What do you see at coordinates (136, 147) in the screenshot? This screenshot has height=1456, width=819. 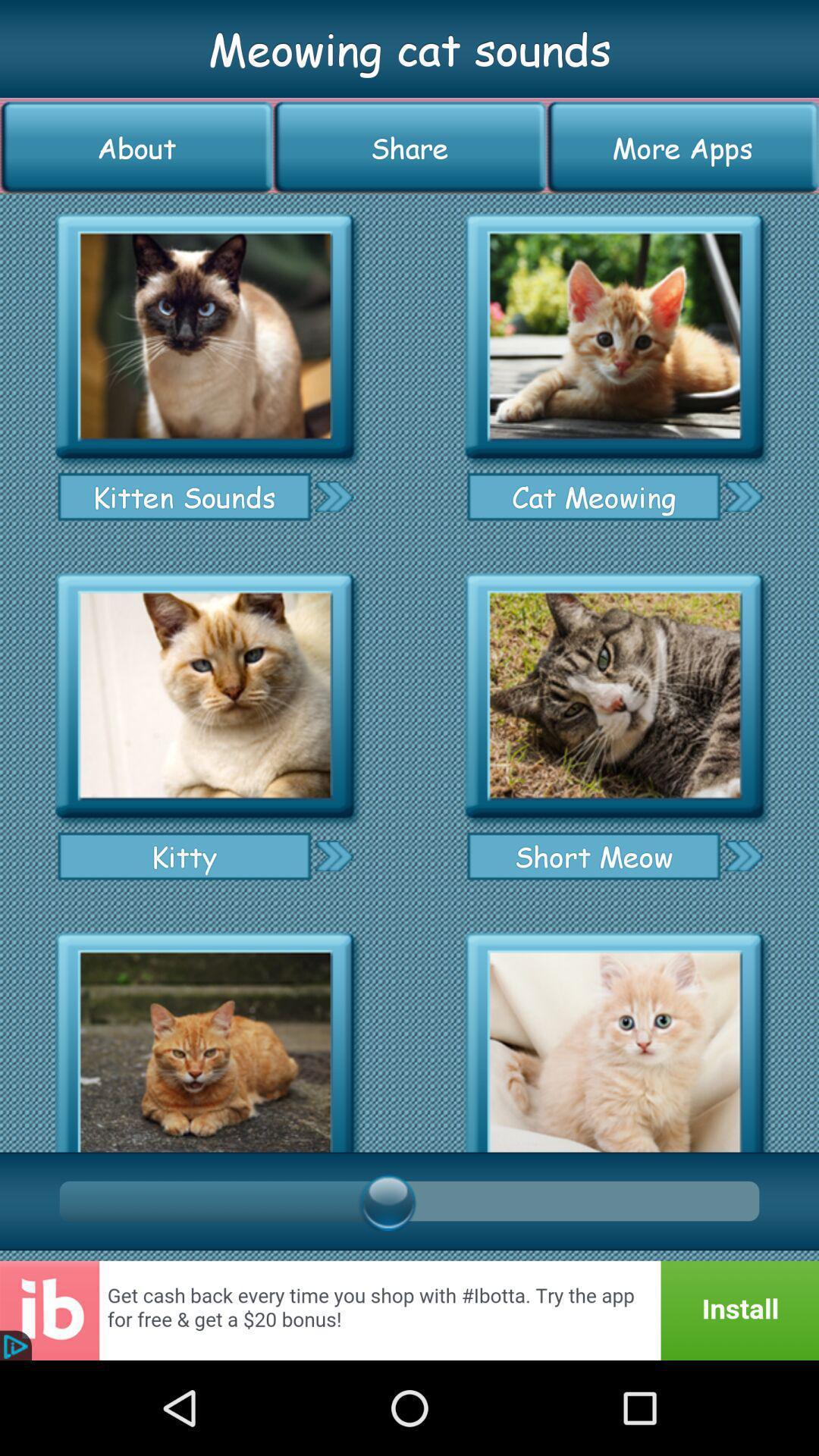 I see `the about` at bounding box center [136, 147].